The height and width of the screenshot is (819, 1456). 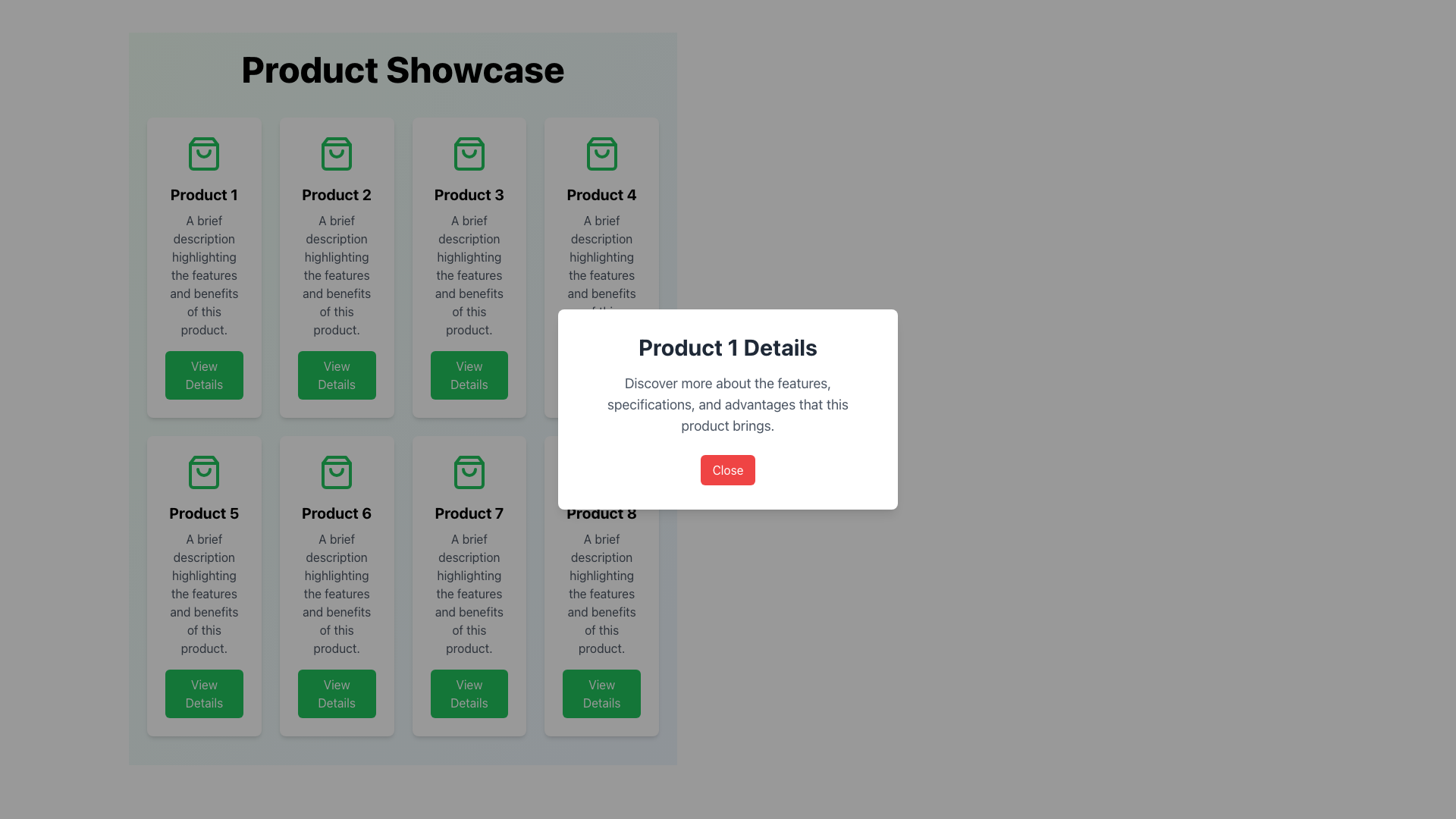 I want to click on central description text block that displays 'A brief description highlighting the features and benefits of this product.' located beneath the title 'Product 4', so click(x=601, y=275).